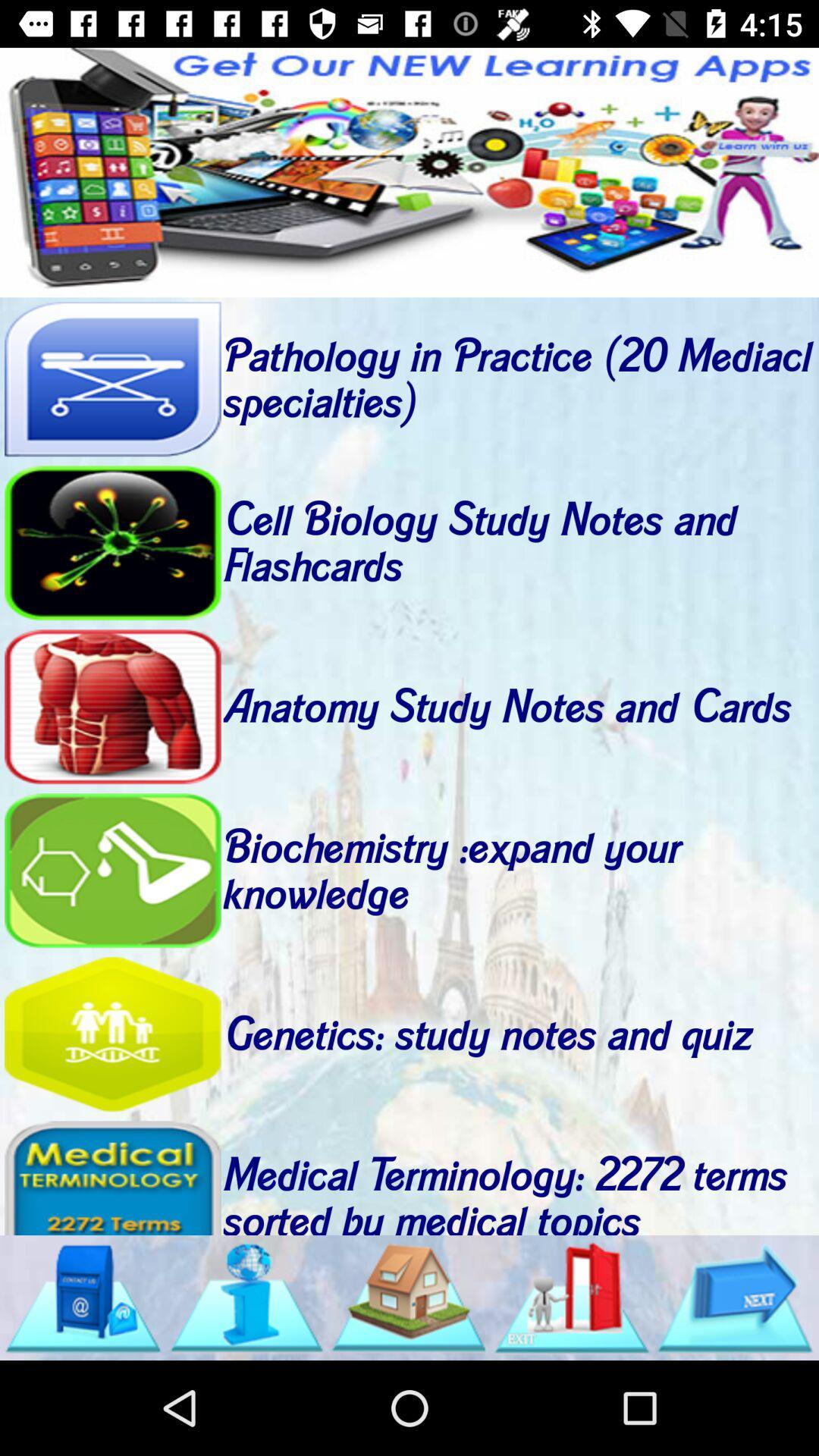  Describe the element at coordinates (111, 1034) in the screenshot. I see `come back` at that location.